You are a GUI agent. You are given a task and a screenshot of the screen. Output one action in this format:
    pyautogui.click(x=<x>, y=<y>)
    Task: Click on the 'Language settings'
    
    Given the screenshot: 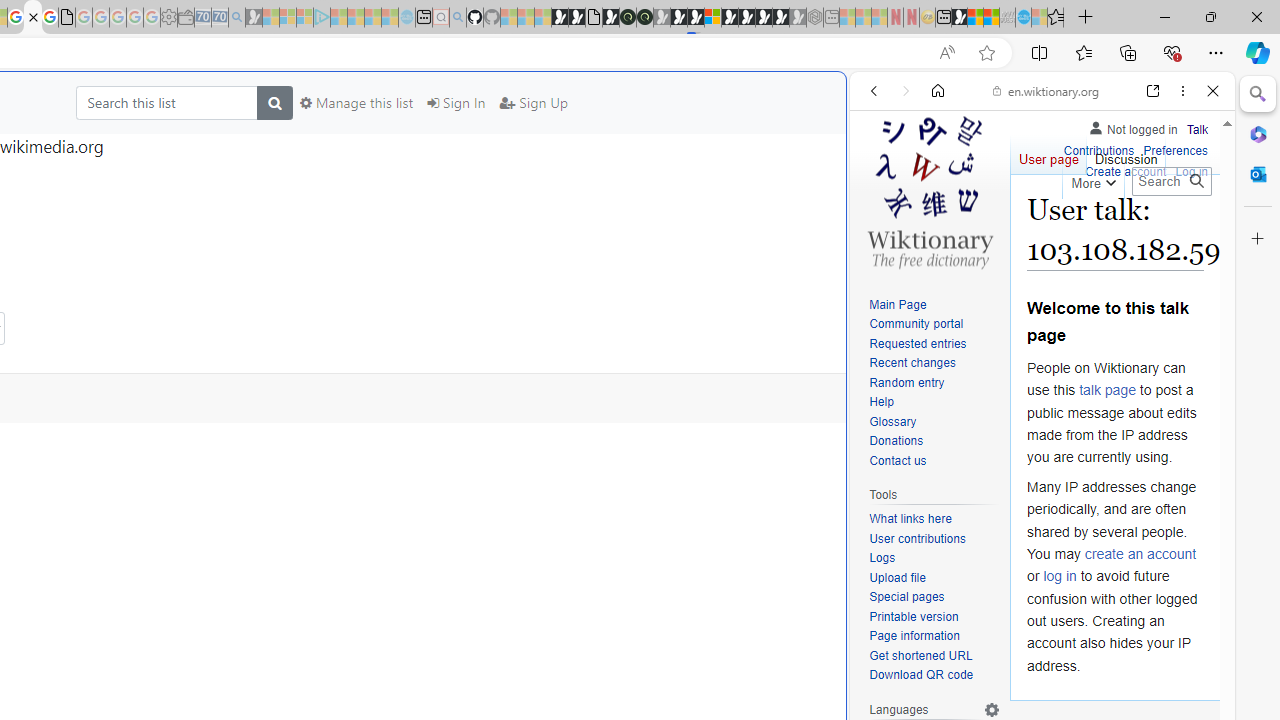 What is the action you would take?
    pyautogui.click(x=992, y=708)
    